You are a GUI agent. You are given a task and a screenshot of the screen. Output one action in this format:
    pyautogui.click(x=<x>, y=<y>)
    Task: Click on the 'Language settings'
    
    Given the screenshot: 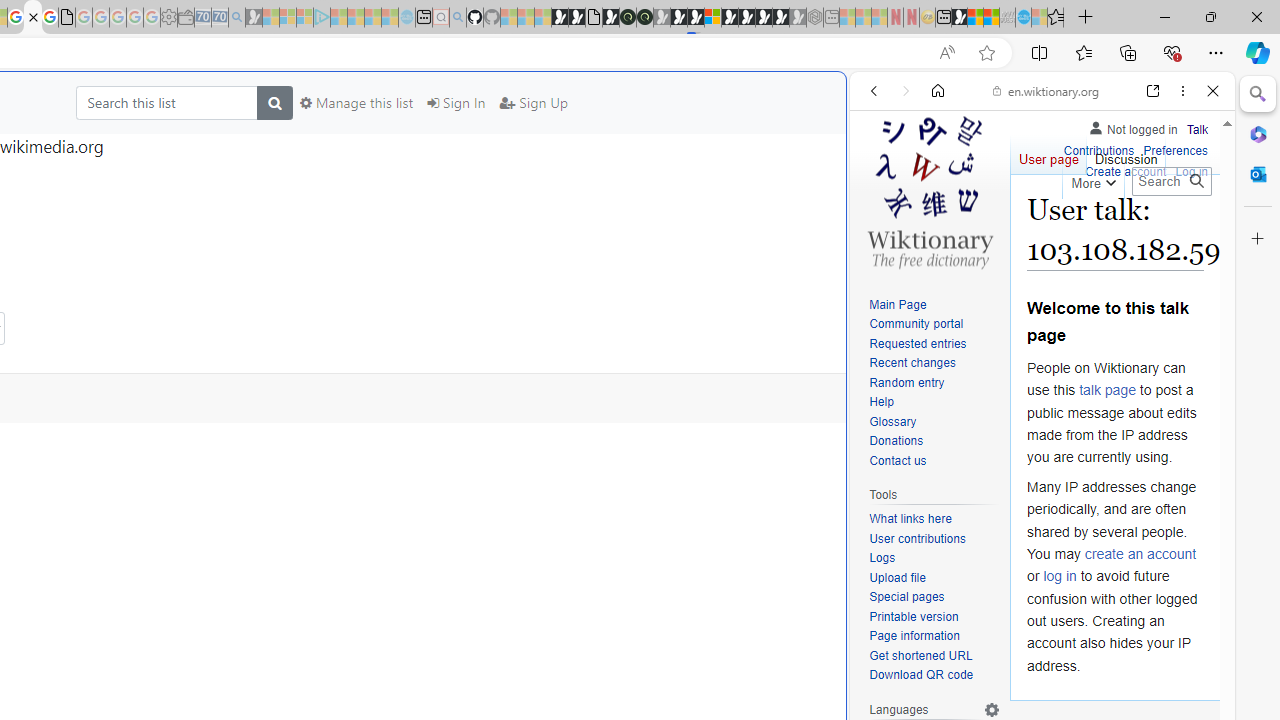 What is the action you would take?
    pyautogui.click(x=992, y=708)
    